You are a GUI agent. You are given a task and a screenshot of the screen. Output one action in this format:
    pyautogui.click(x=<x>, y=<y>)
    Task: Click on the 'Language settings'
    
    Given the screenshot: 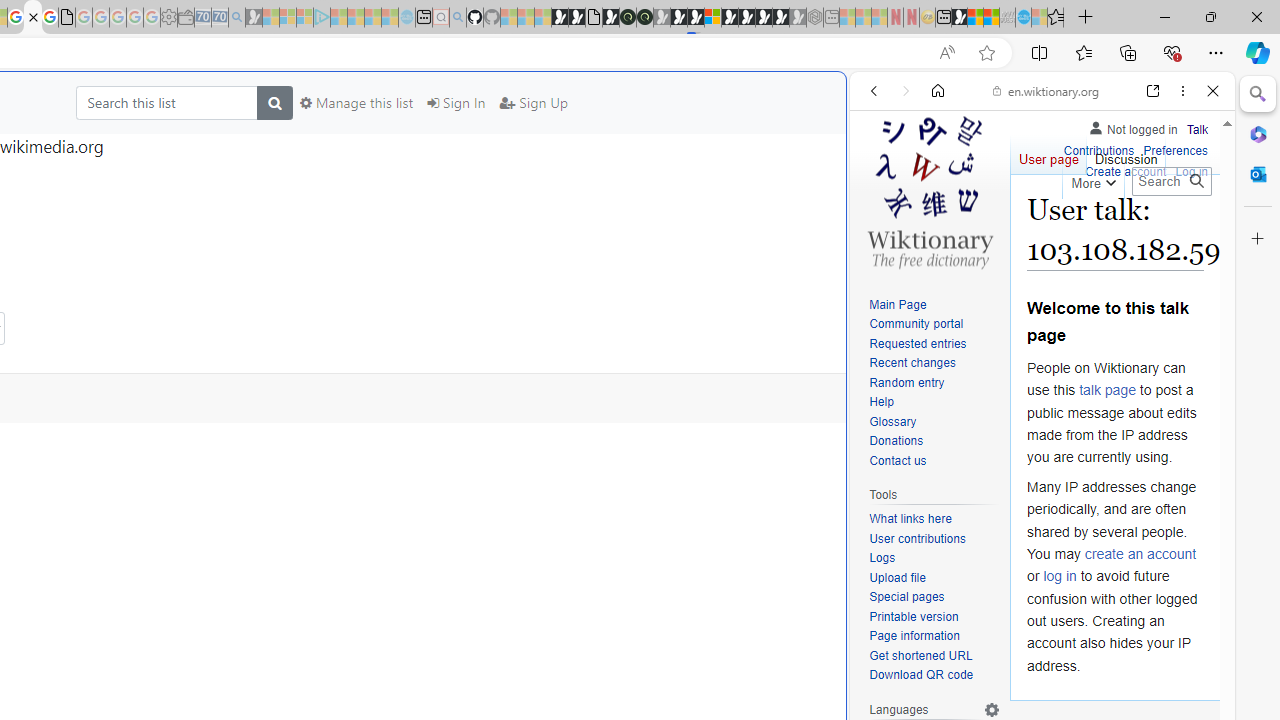 What is the action you would take?
    pyautogui.click(x=992, y=708)
    